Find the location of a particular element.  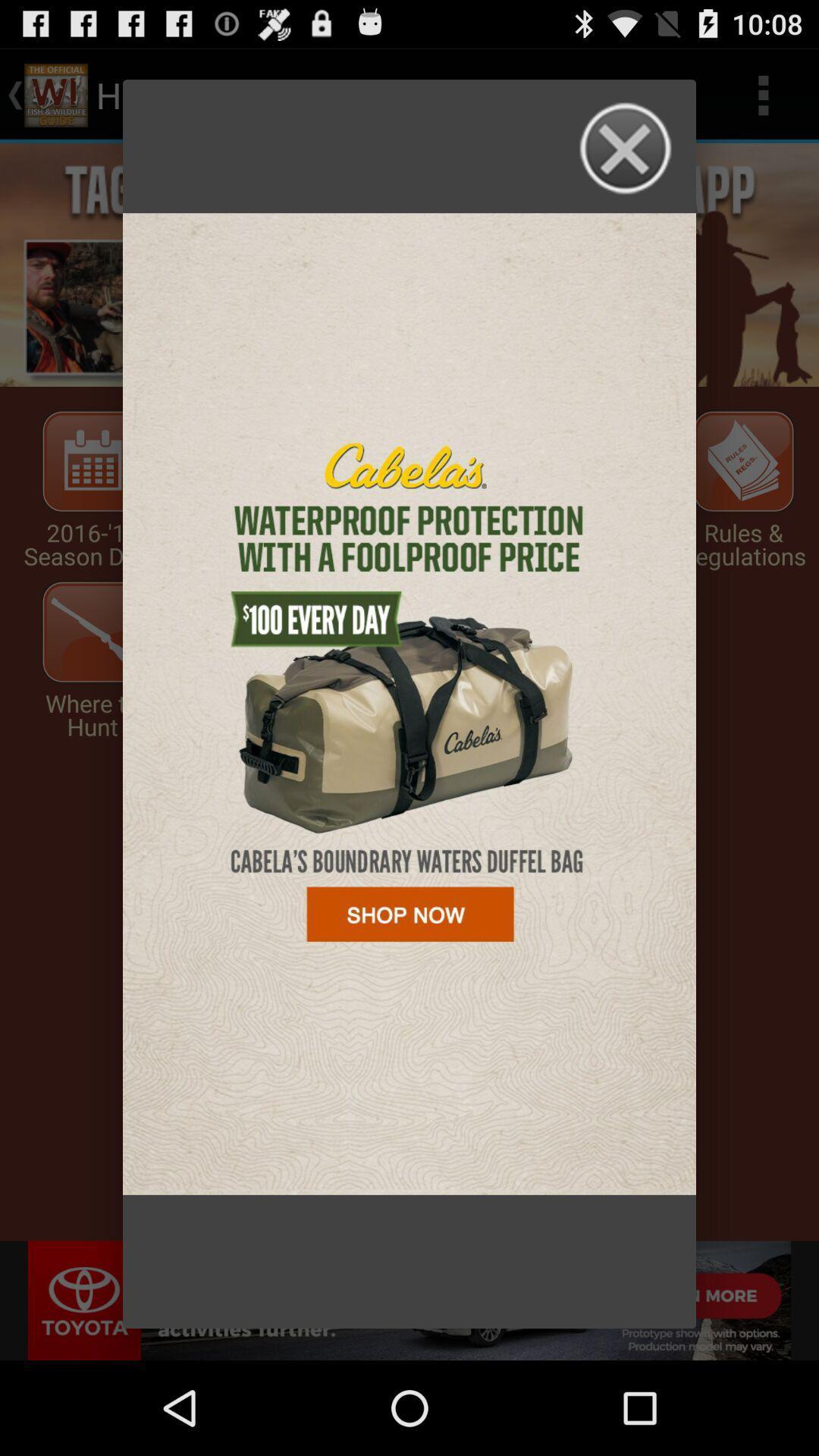

x is located at coordinates (626, 149).